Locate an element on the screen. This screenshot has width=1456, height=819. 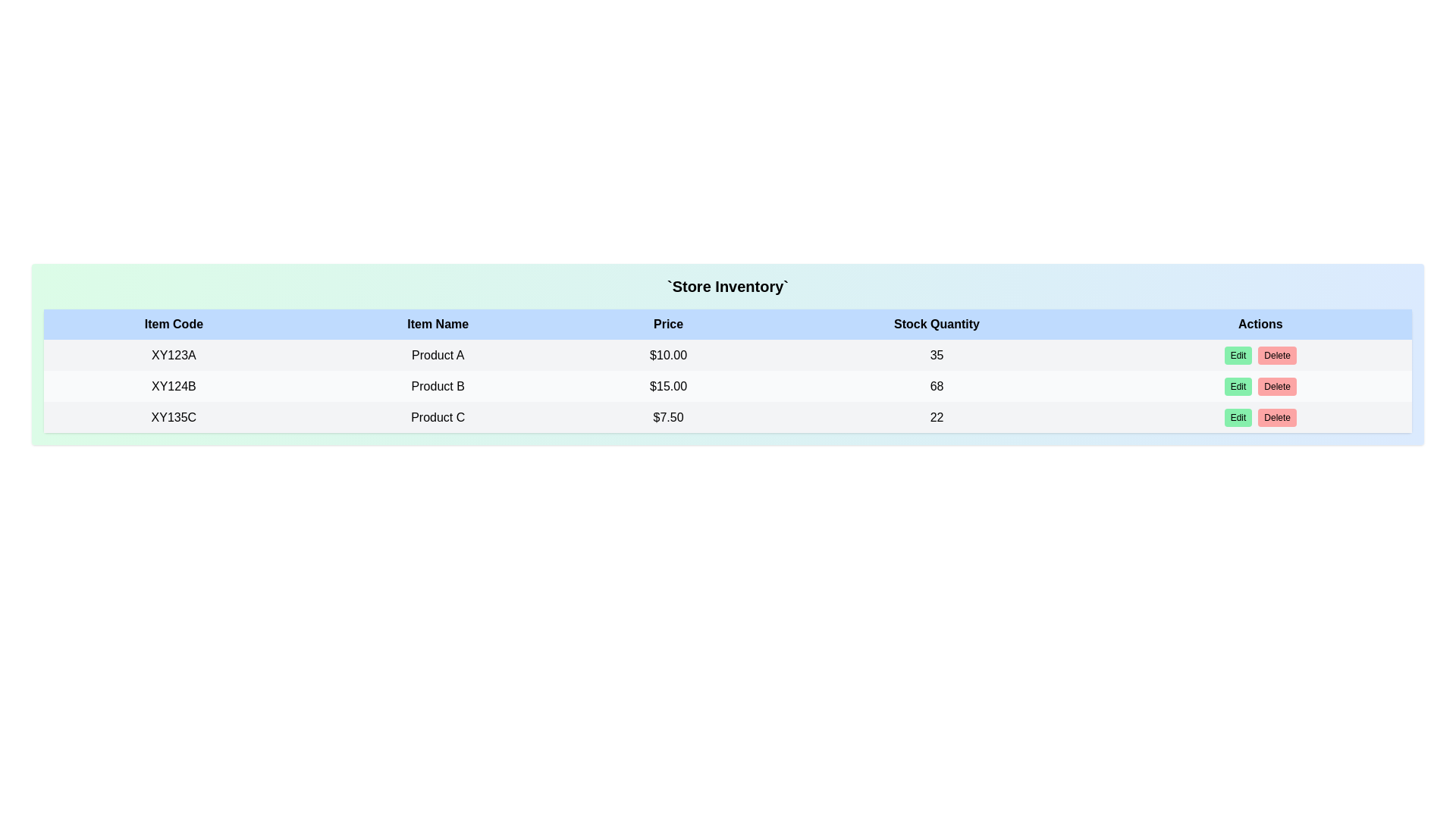
the delete button in the 'Actions' column of the table row containing 'XY124B' is located at coordinates (1276, 385).